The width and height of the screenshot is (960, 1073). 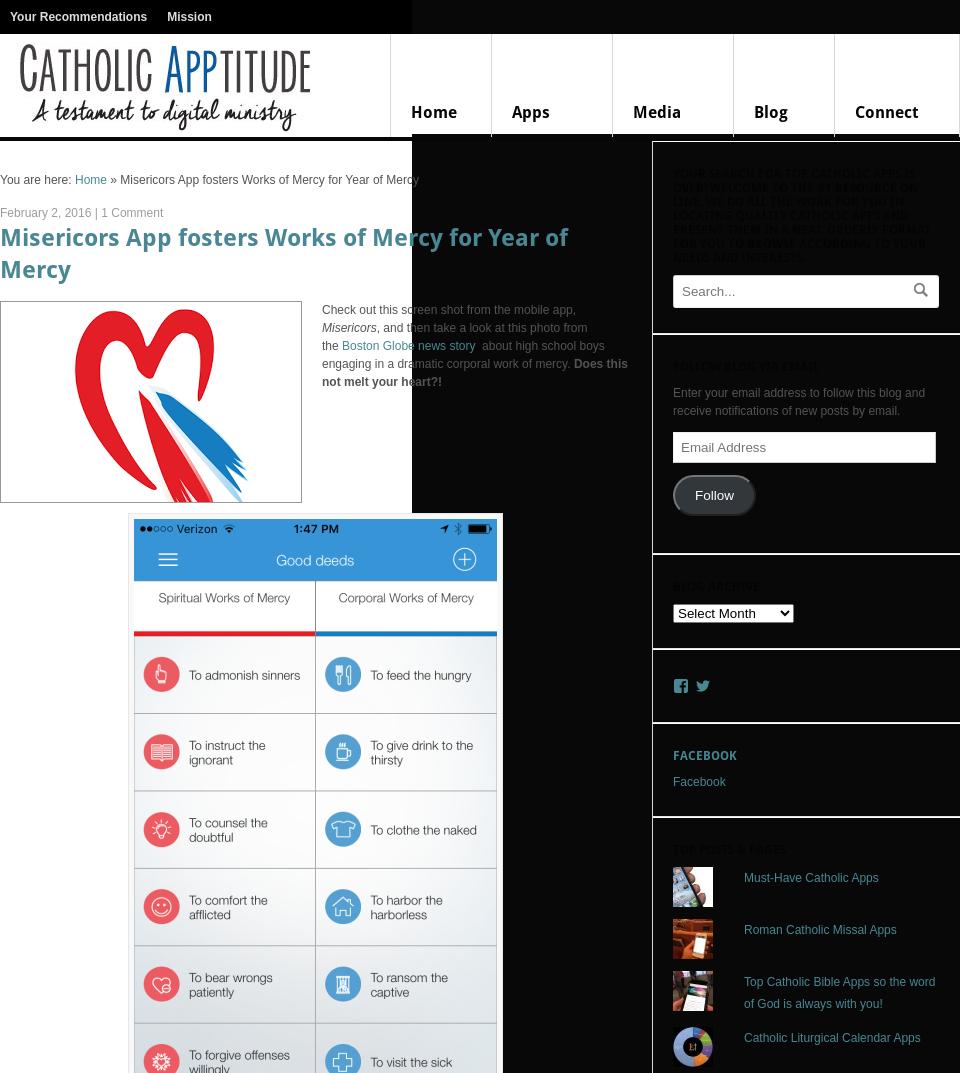 What do you see at coordinates (672, 215) in the screenshot?
I see `'Your search for top Catholic apps is over! Welcome to the #1 resource on line. we do all the work for you in locating quality Catholic apps and present them in a neat, orderly format for you to browse according to your needs and interests.'` at bounding box center [672, 215].